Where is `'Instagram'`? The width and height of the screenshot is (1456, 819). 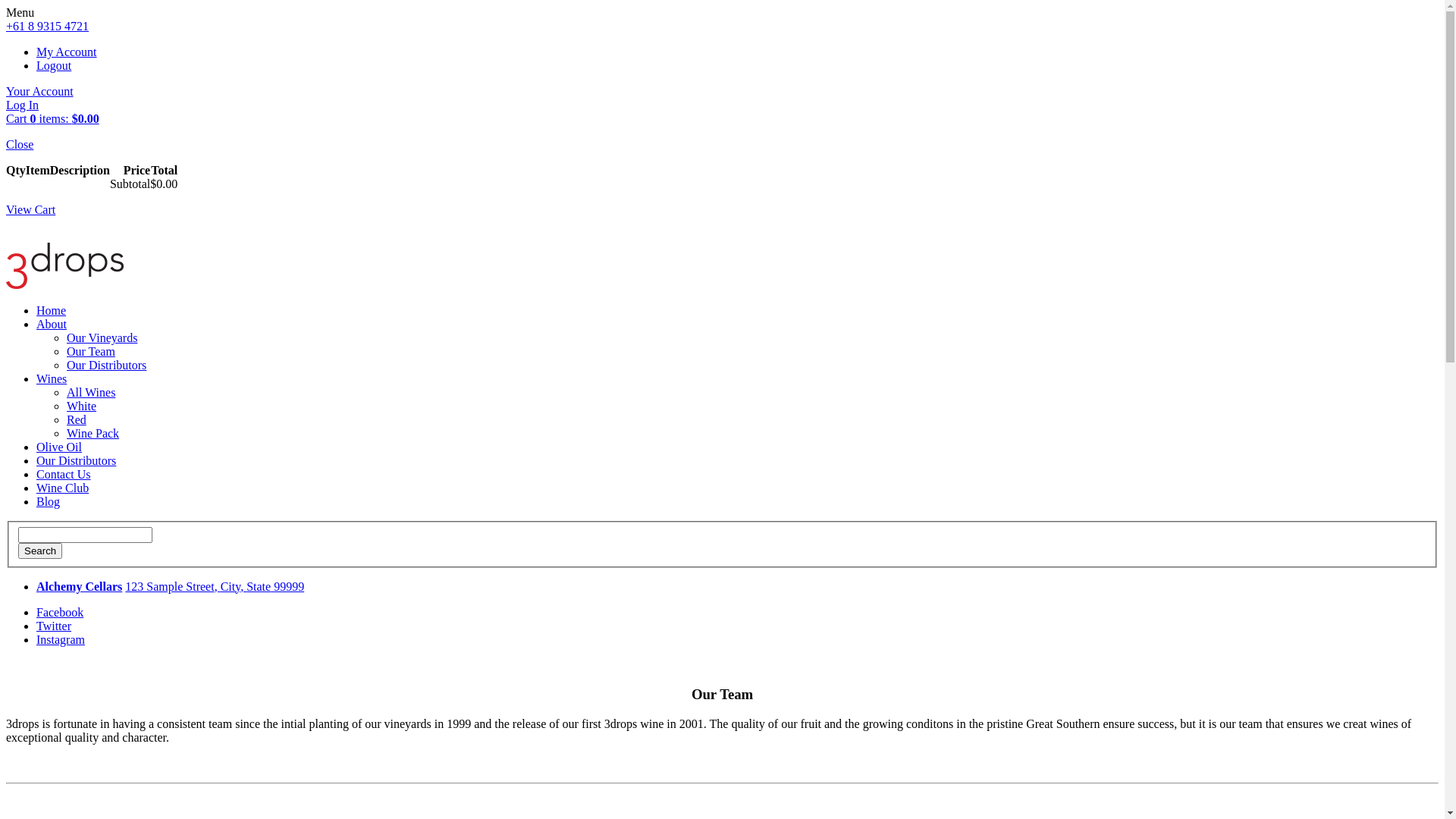 'Instagram' is located at coordinates (61, 639).